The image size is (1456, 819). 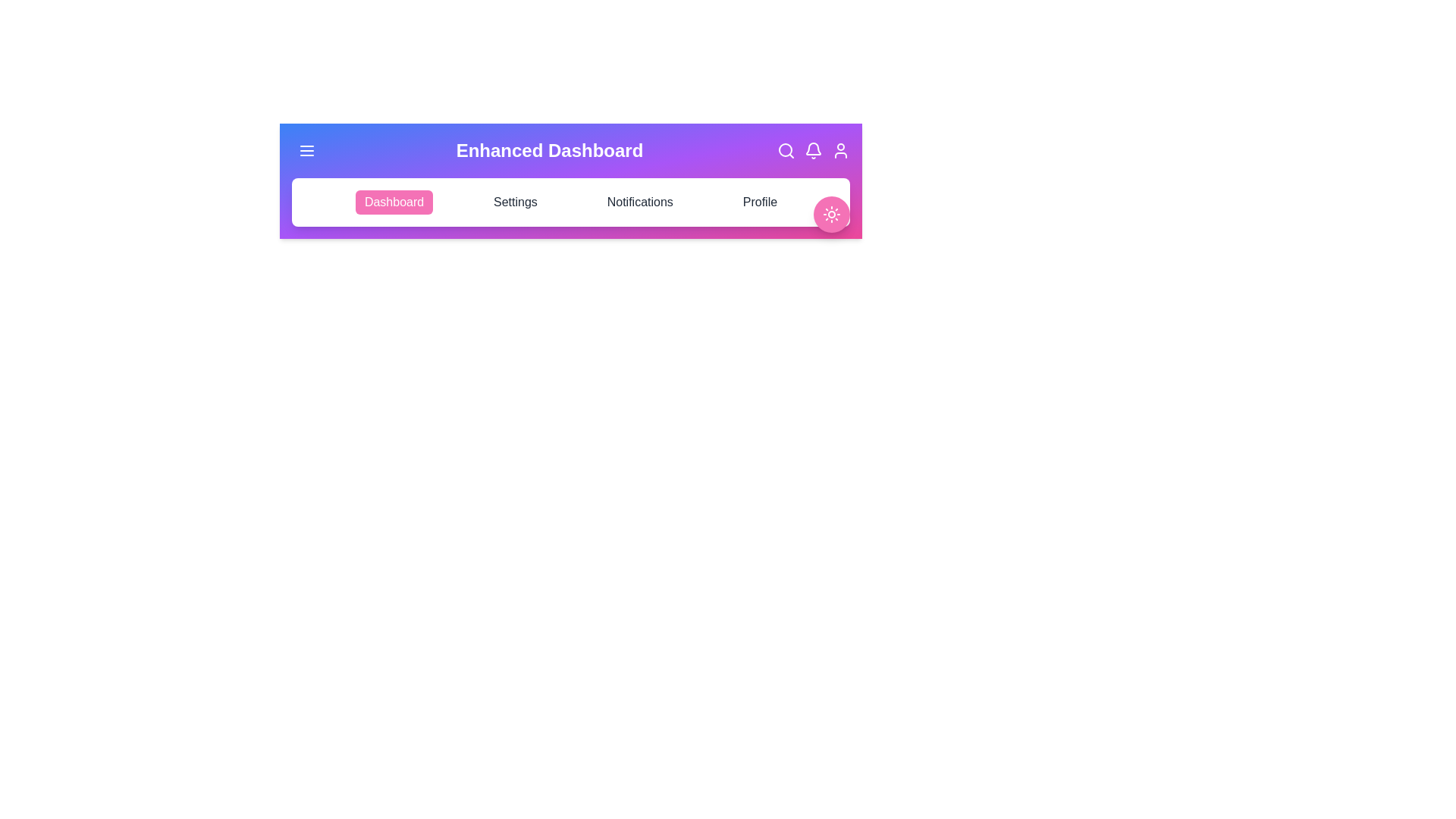 What do you see at coordinates (394, 201) in the screenshot?
I see `the tab named Dashboard in the navigation bar` at bounding box center [394, 201].